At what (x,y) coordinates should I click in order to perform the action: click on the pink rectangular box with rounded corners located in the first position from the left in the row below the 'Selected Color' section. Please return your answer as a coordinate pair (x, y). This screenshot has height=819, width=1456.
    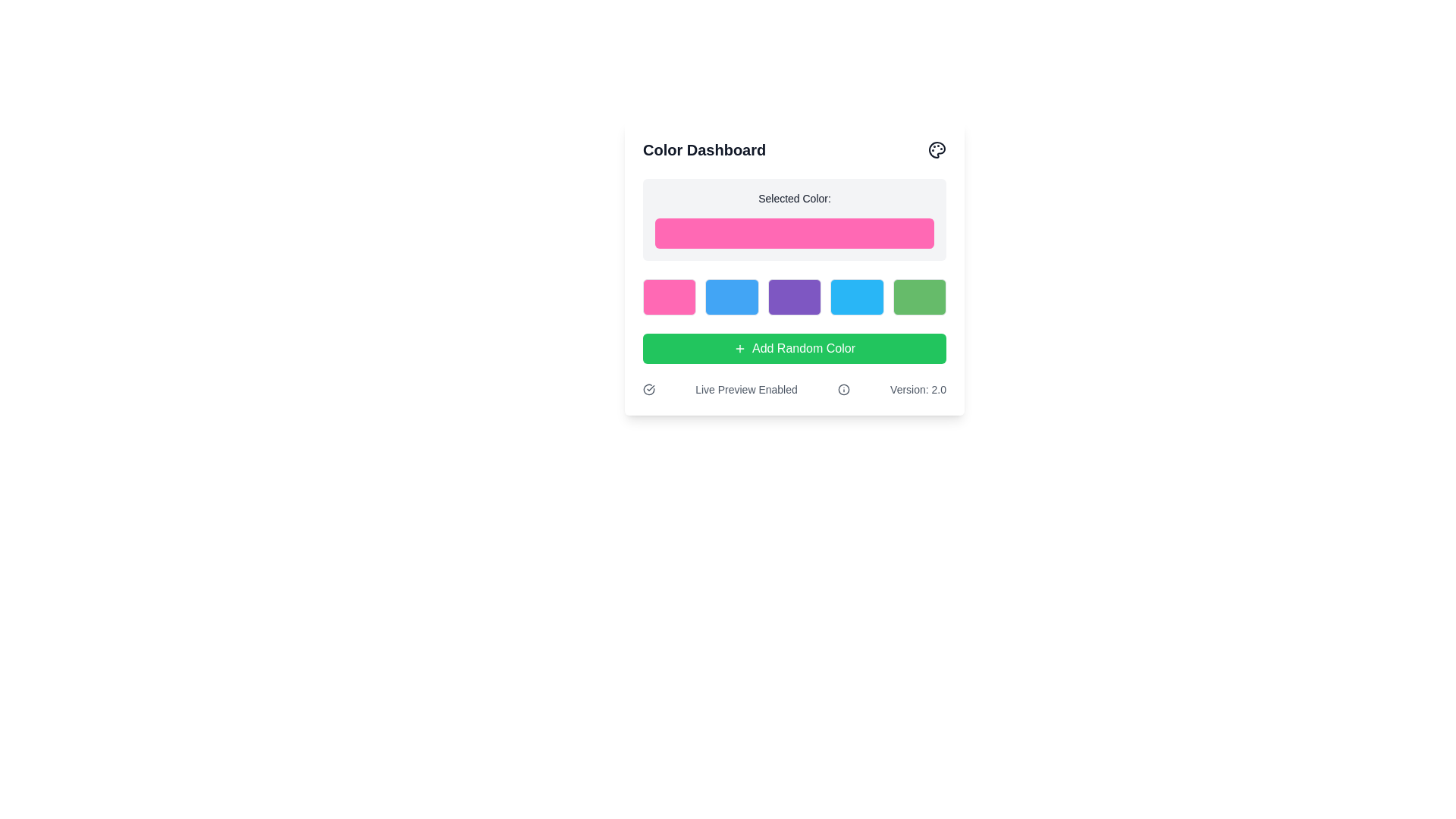
    Looking at the image, I should click on (669, 297).